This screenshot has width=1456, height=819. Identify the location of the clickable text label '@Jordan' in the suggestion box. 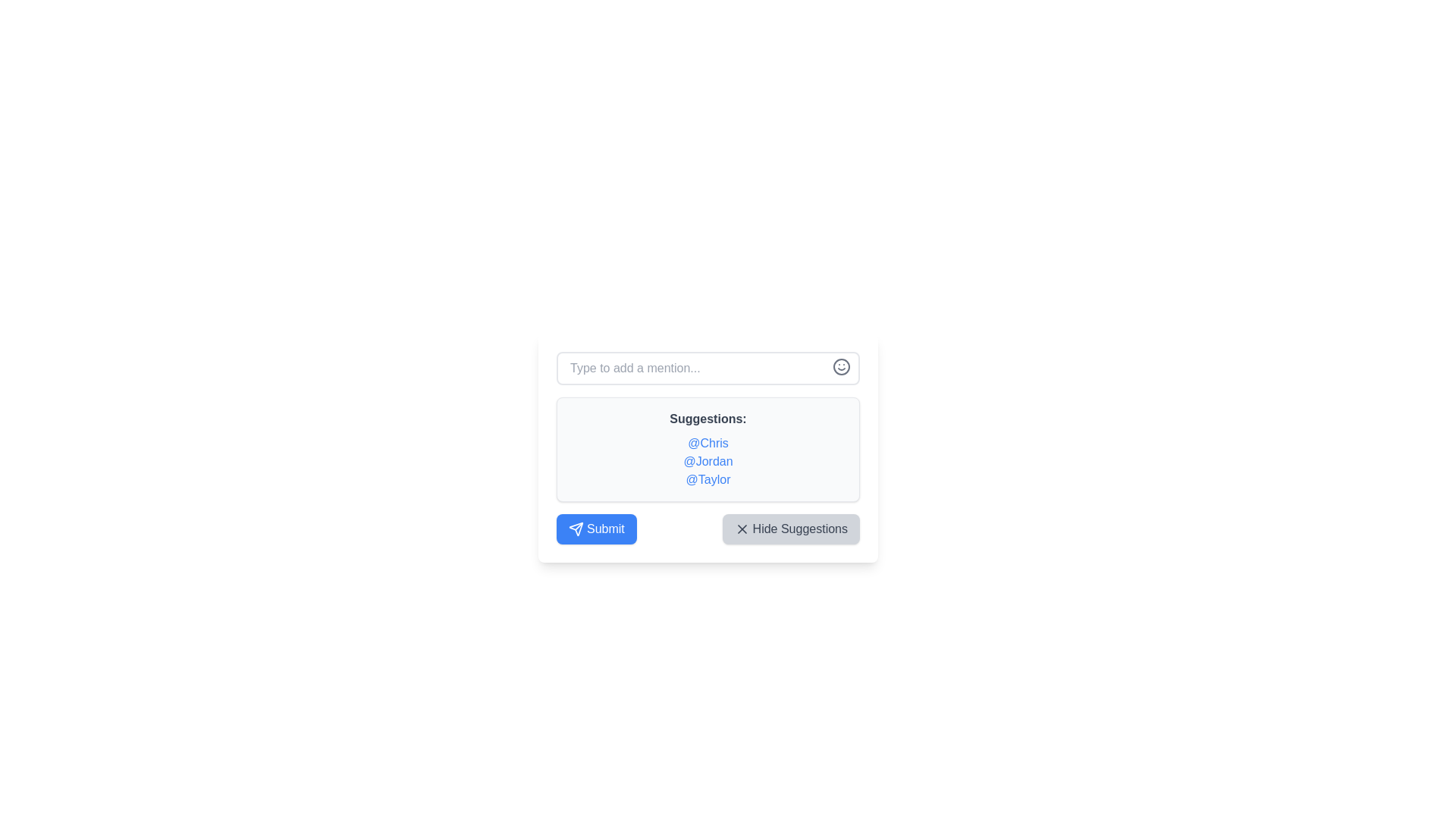
(708, 461).